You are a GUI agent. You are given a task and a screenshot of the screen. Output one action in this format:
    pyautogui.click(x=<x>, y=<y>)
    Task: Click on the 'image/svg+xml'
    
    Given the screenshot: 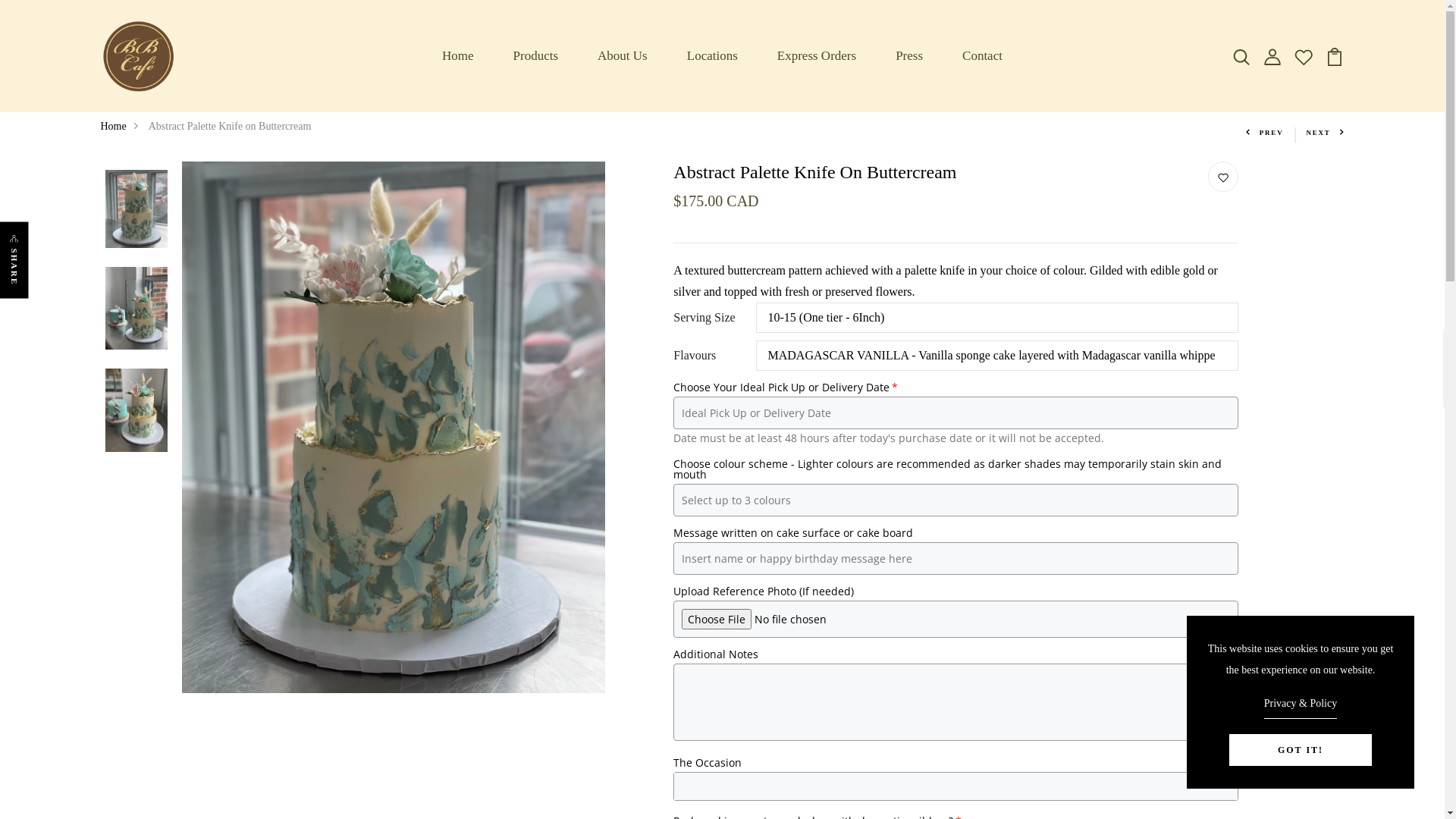 What is the action you would take?
    pyautogui.click(x=1335, y=54)
    